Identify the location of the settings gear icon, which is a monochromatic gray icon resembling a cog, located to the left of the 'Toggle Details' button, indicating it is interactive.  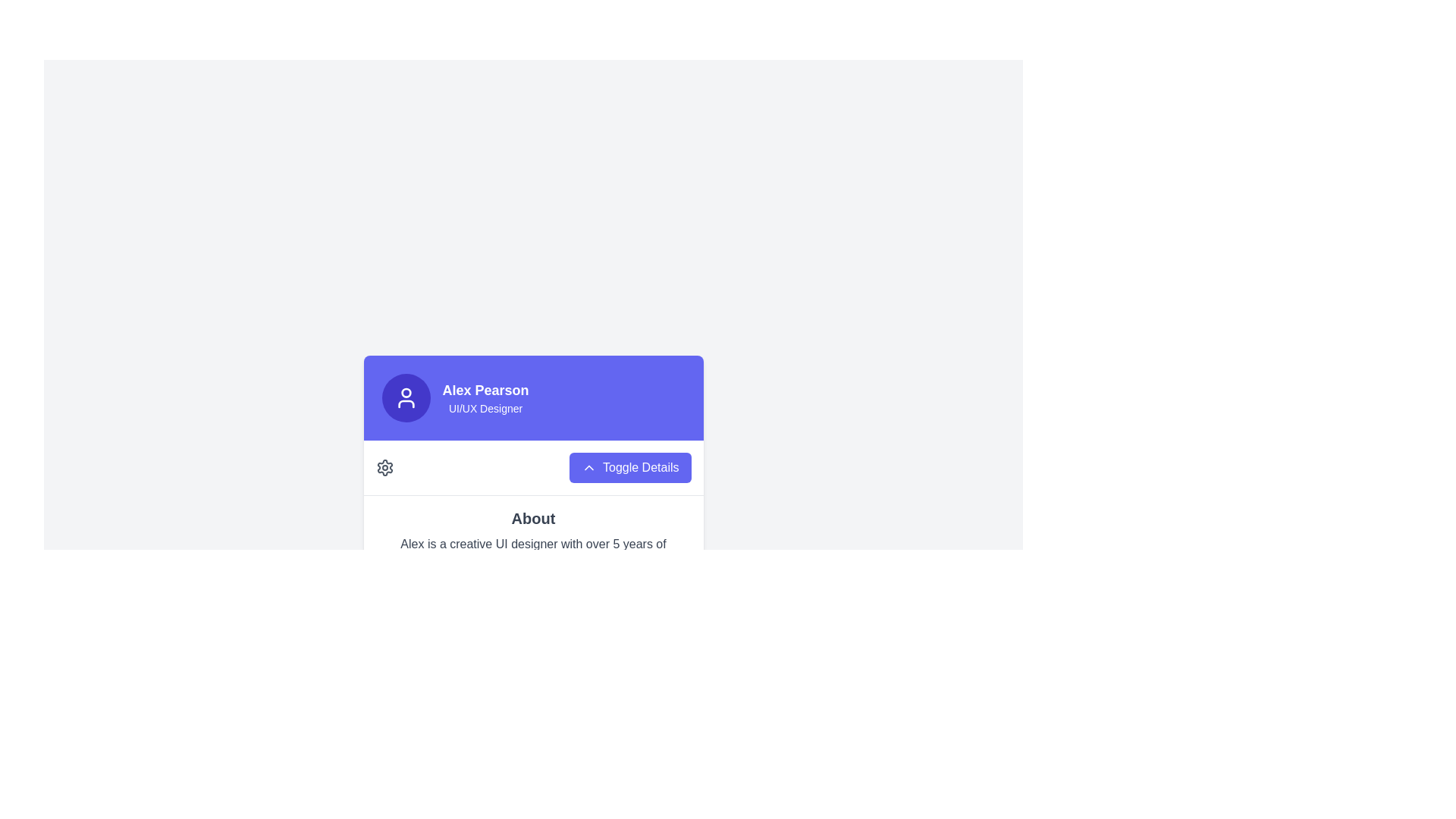
(384, 466).